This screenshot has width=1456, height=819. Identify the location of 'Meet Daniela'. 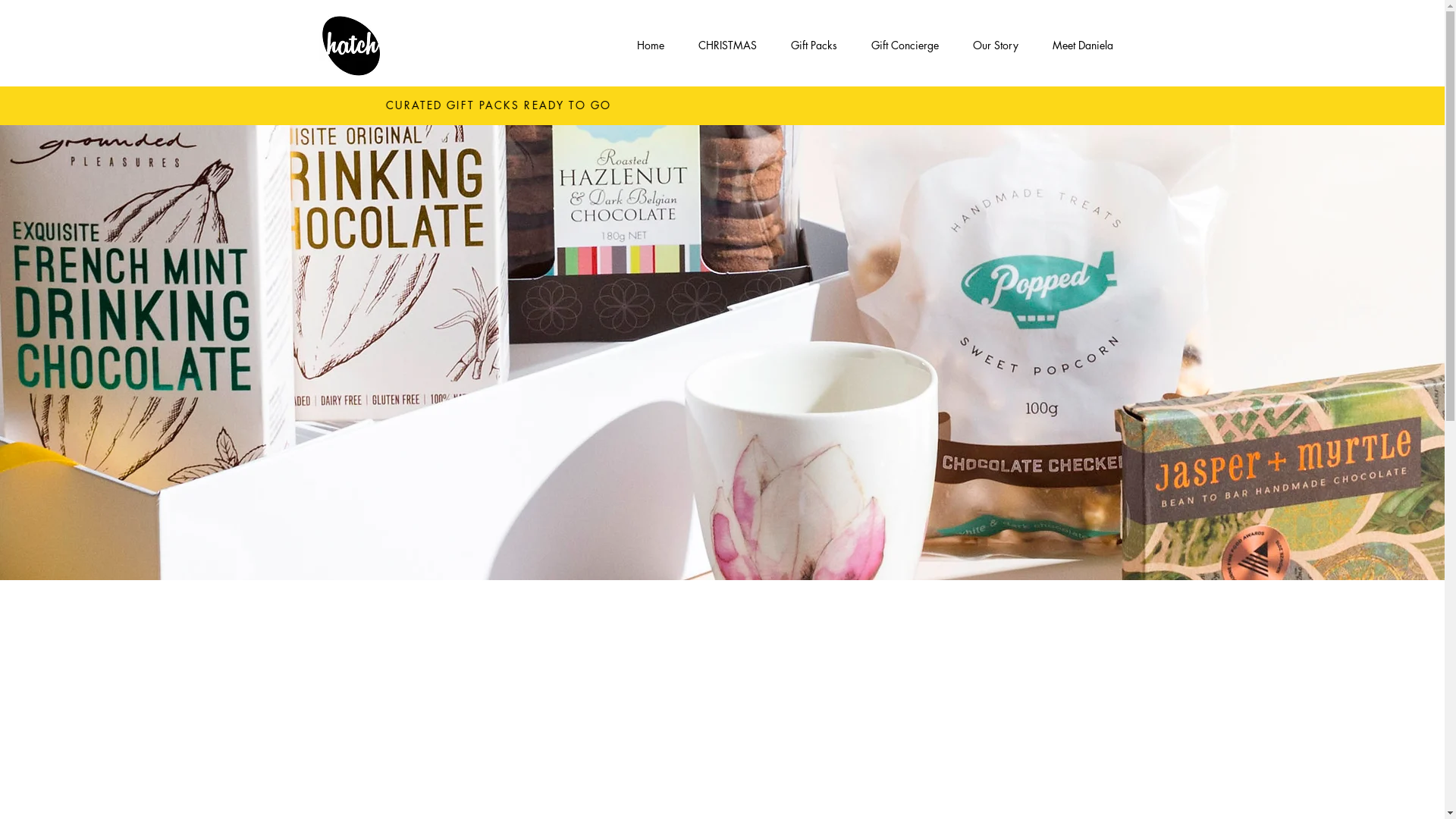
(1082, 45).